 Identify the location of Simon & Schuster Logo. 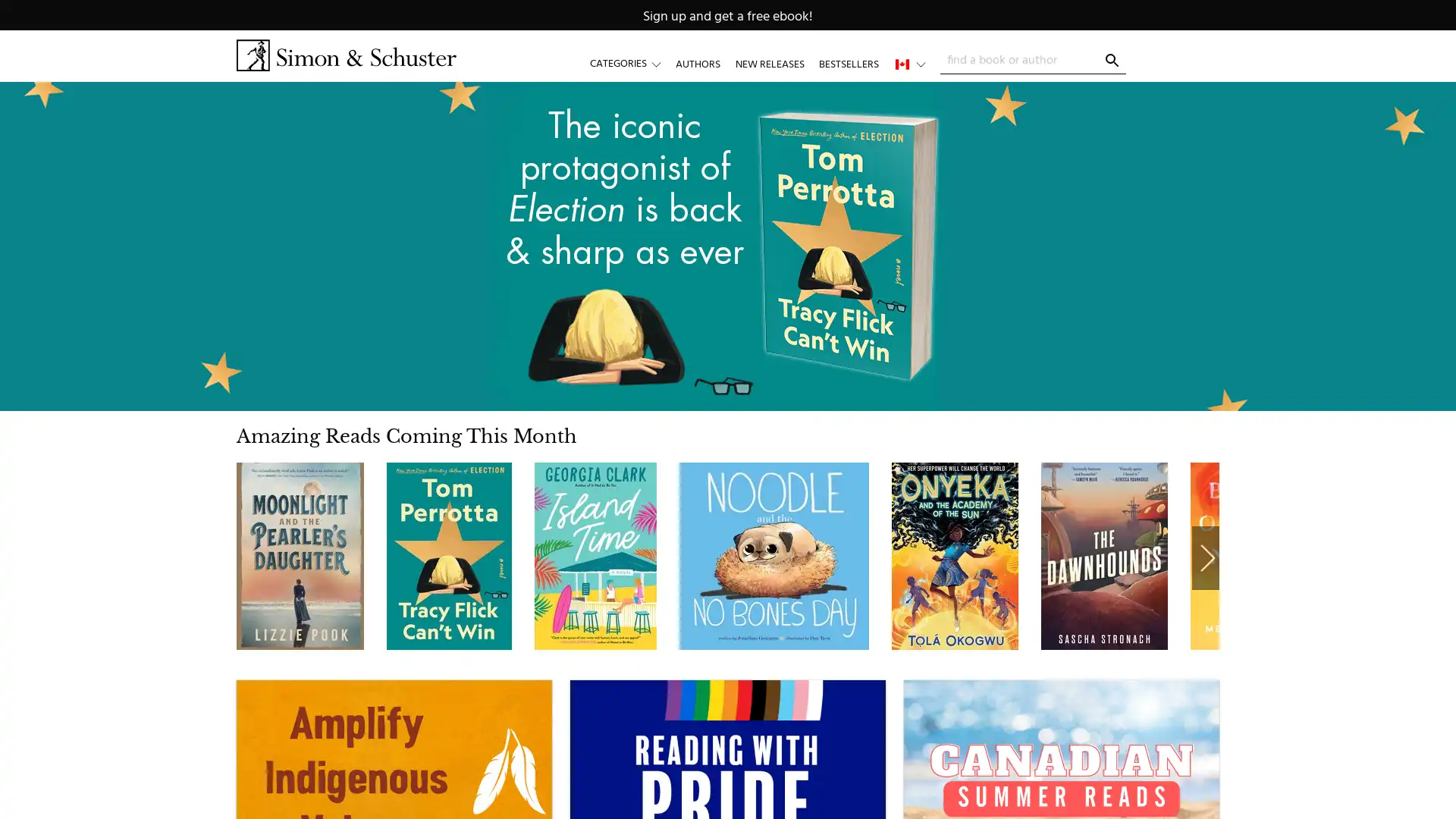
(345, 55).